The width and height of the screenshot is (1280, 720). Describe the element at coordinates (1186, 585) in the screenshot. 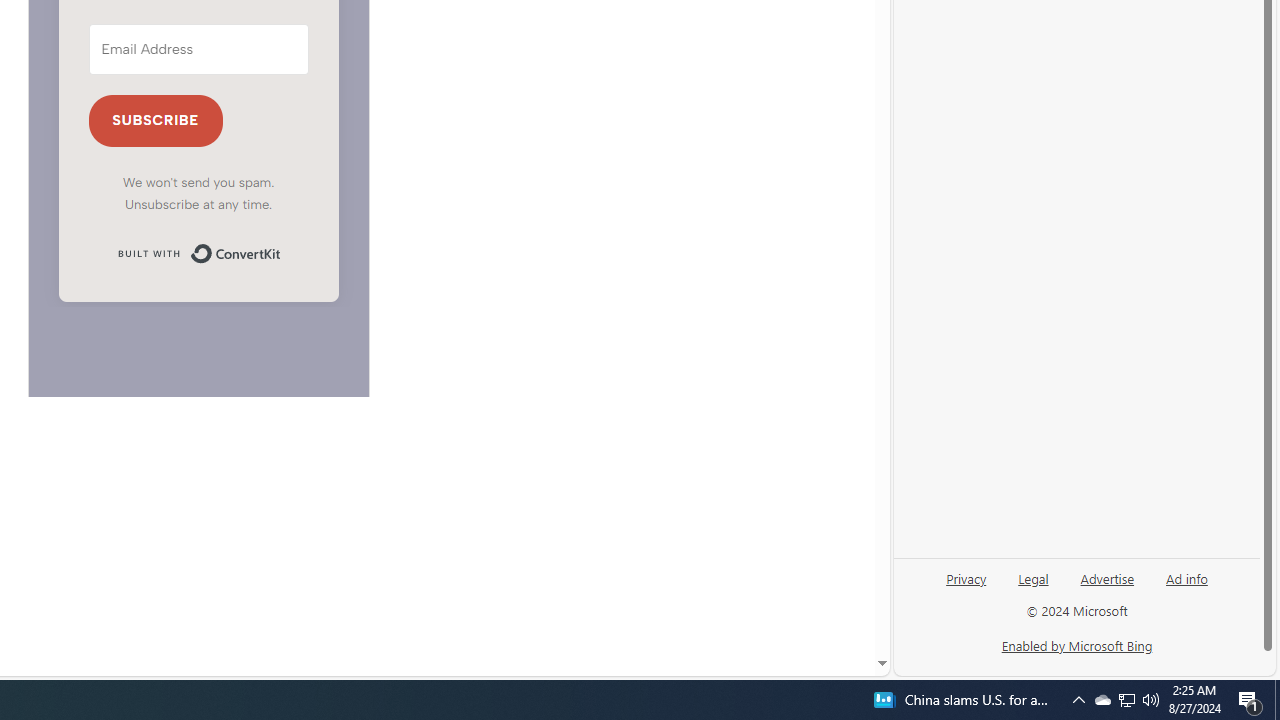

I see `'Ad info'` at that location.